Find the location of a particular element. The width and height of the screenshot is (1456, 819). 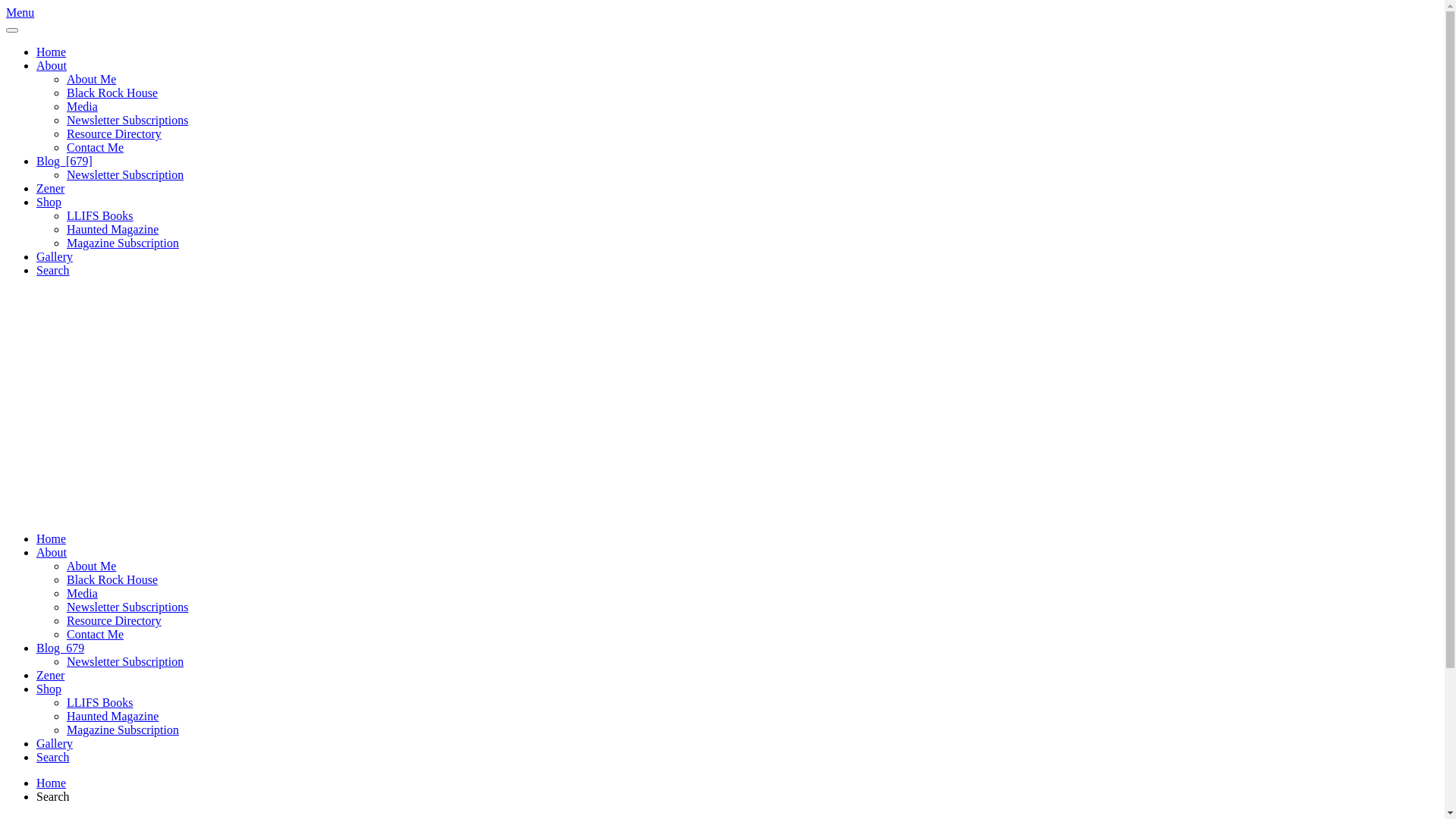

'Home' is located at coordinates (51, 538).